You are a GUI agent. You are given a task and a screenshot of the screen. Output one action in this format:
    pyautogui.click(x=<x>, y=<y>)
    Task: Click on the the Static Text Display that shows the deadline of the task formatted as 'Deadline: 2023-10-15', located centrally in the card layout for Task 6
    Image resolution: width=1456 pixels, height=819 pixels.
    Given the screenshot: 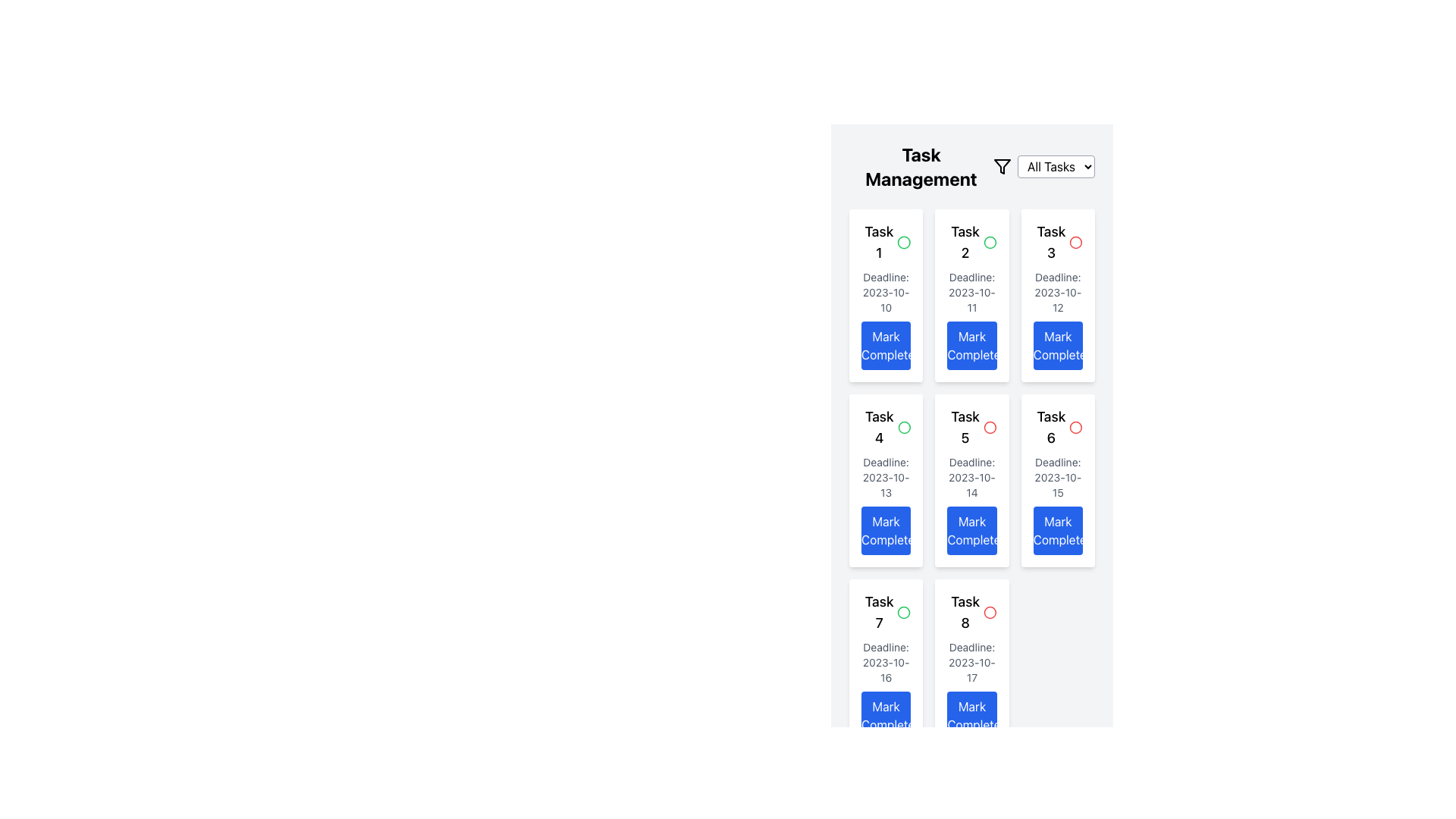 What is the action you would take?
    pyautogui.click(x=1057, y=476)
    